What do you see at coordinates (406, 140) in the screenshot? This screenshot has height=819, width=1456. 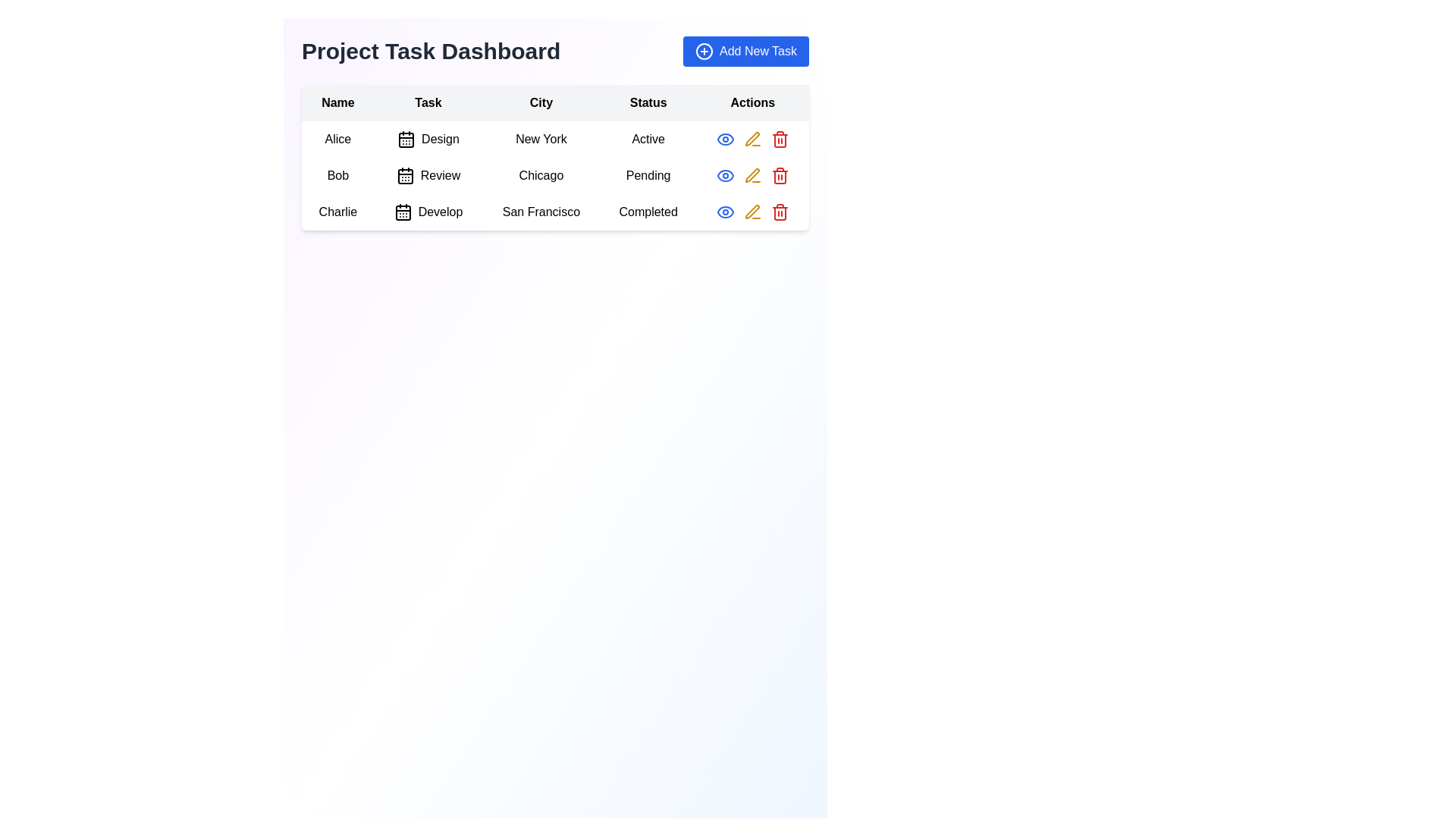 I see `the small black and white calendar icon located in the Task column of the table, specifically in the first row next to the text 'Design'` at bounding box center [406, 140].